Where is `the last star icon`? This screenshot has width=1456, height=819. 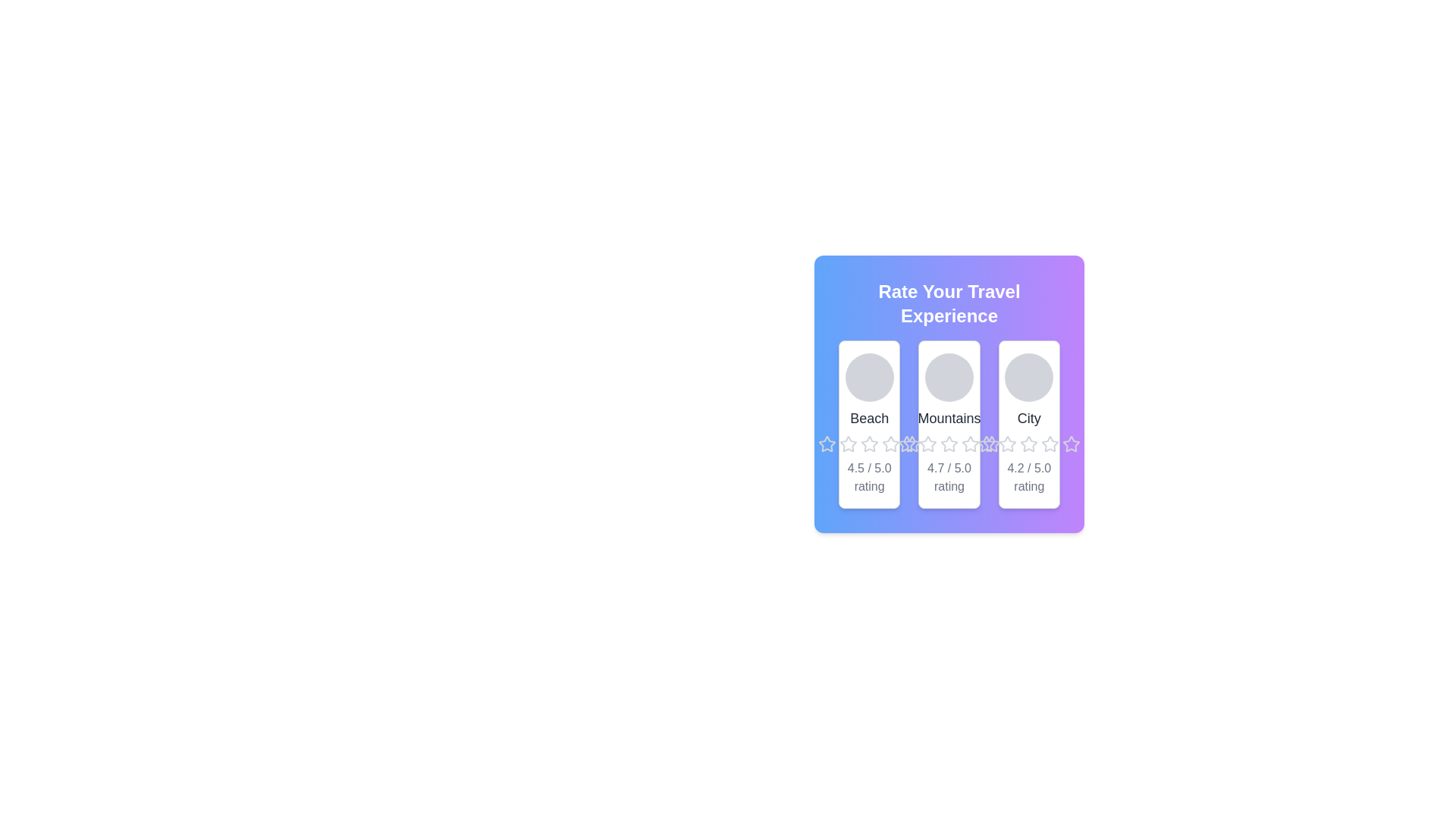
the last star icon is located at coordinates (1071, 444).